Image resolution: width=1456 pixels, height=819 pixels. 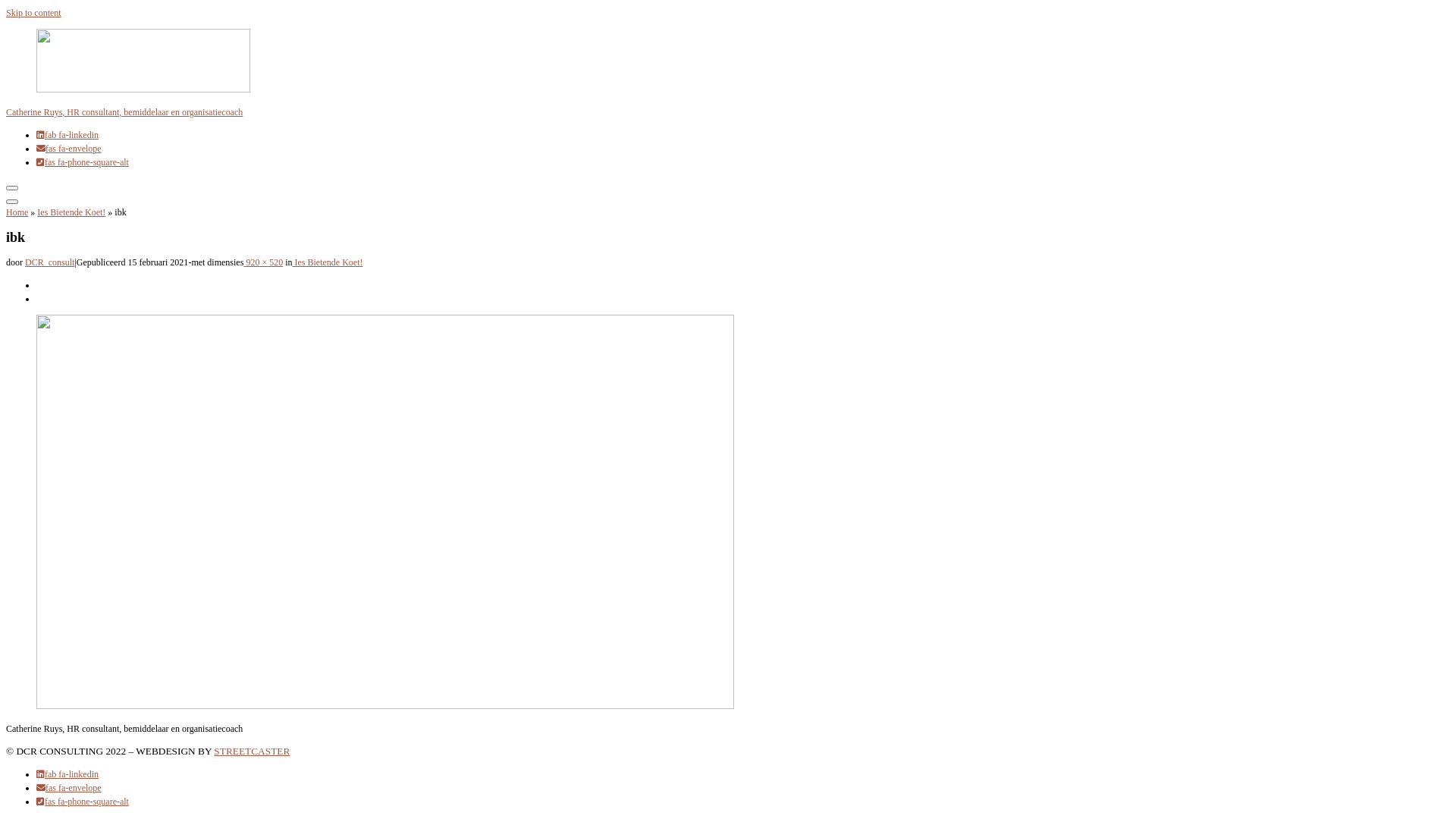 I want to click on 'Ies Bietende Koet!', so click(x=71, y=212).